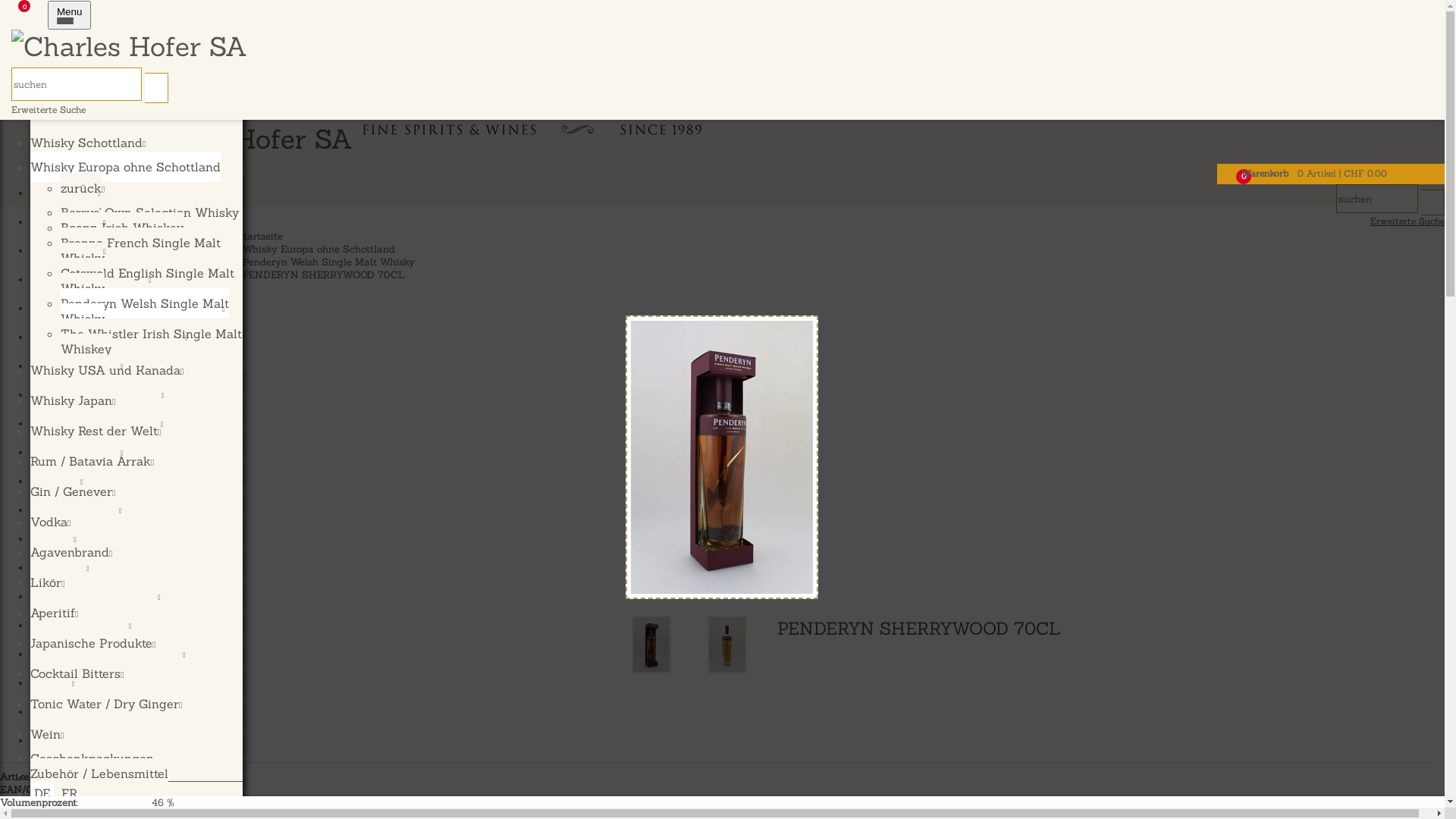 The height and width of the screenshot is (819, 1456). I want to click on 'Whisky Rest der Welt', so click(102, 394).